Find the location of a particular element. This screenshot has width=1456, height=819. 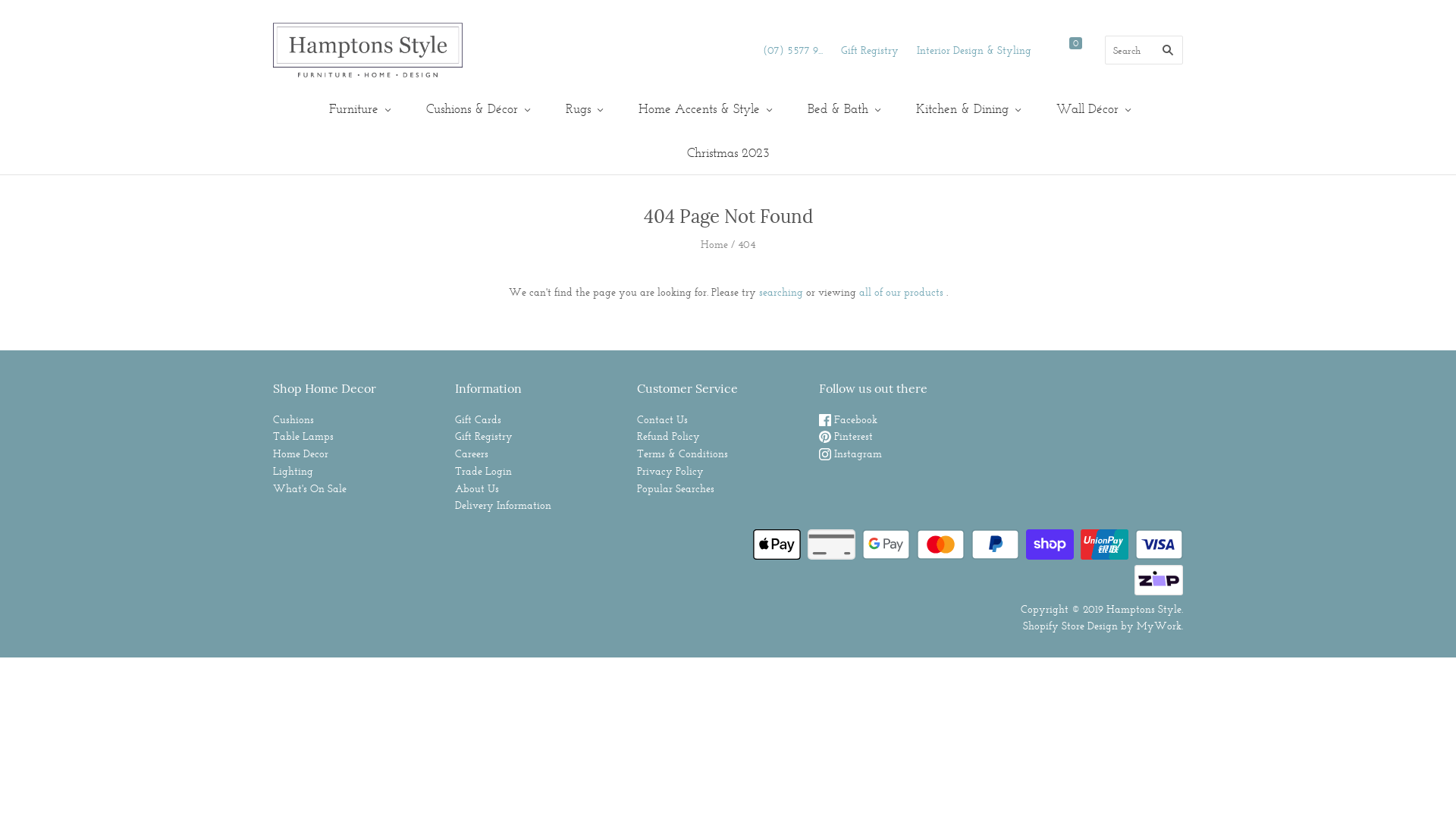

'Instagram' is located at coordinates (850, 452).